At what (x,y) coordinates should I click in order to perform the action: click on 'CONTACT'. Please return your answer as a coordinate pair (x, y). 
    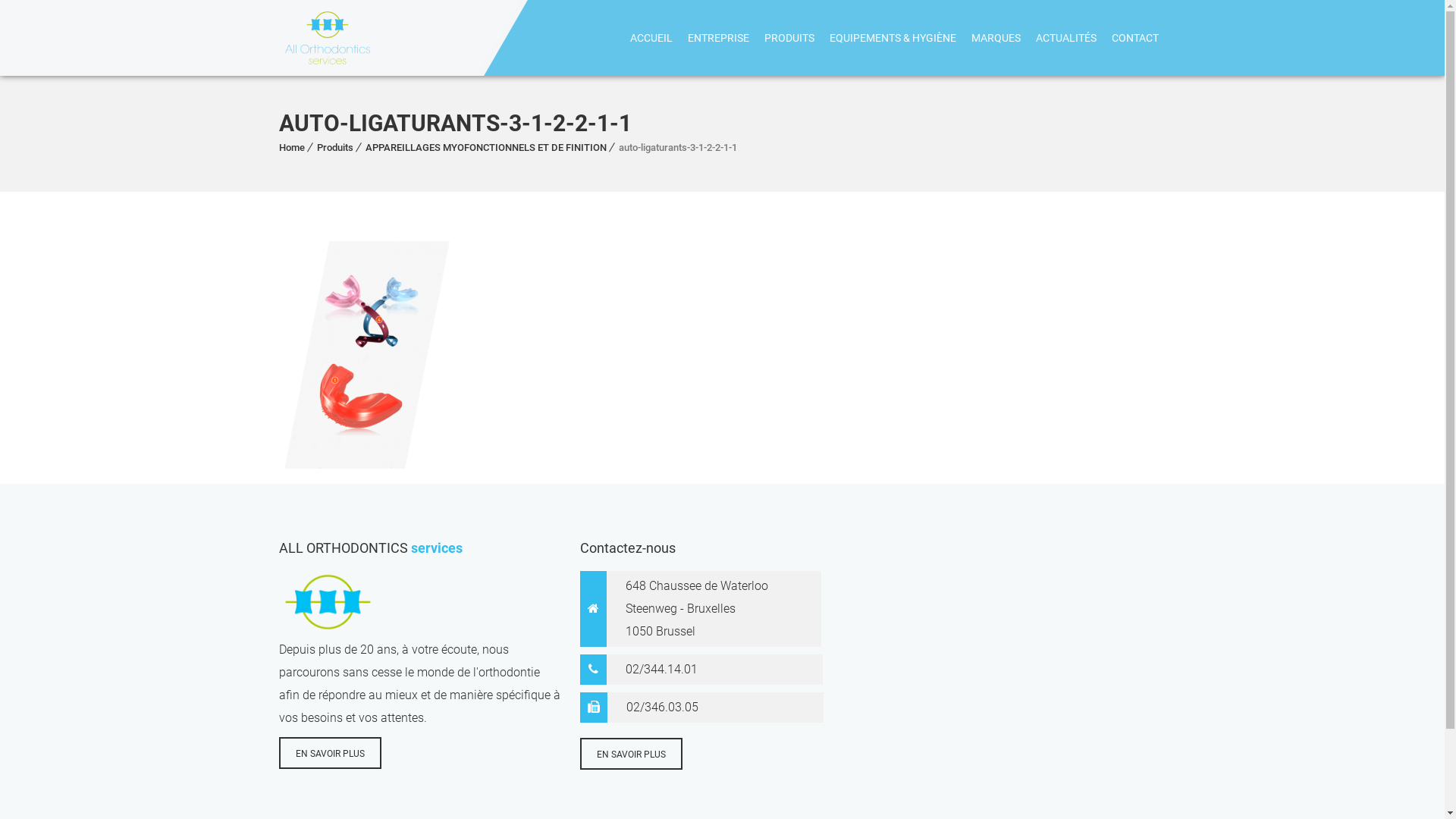
    Looking at the image, I should click on (1135, 37).